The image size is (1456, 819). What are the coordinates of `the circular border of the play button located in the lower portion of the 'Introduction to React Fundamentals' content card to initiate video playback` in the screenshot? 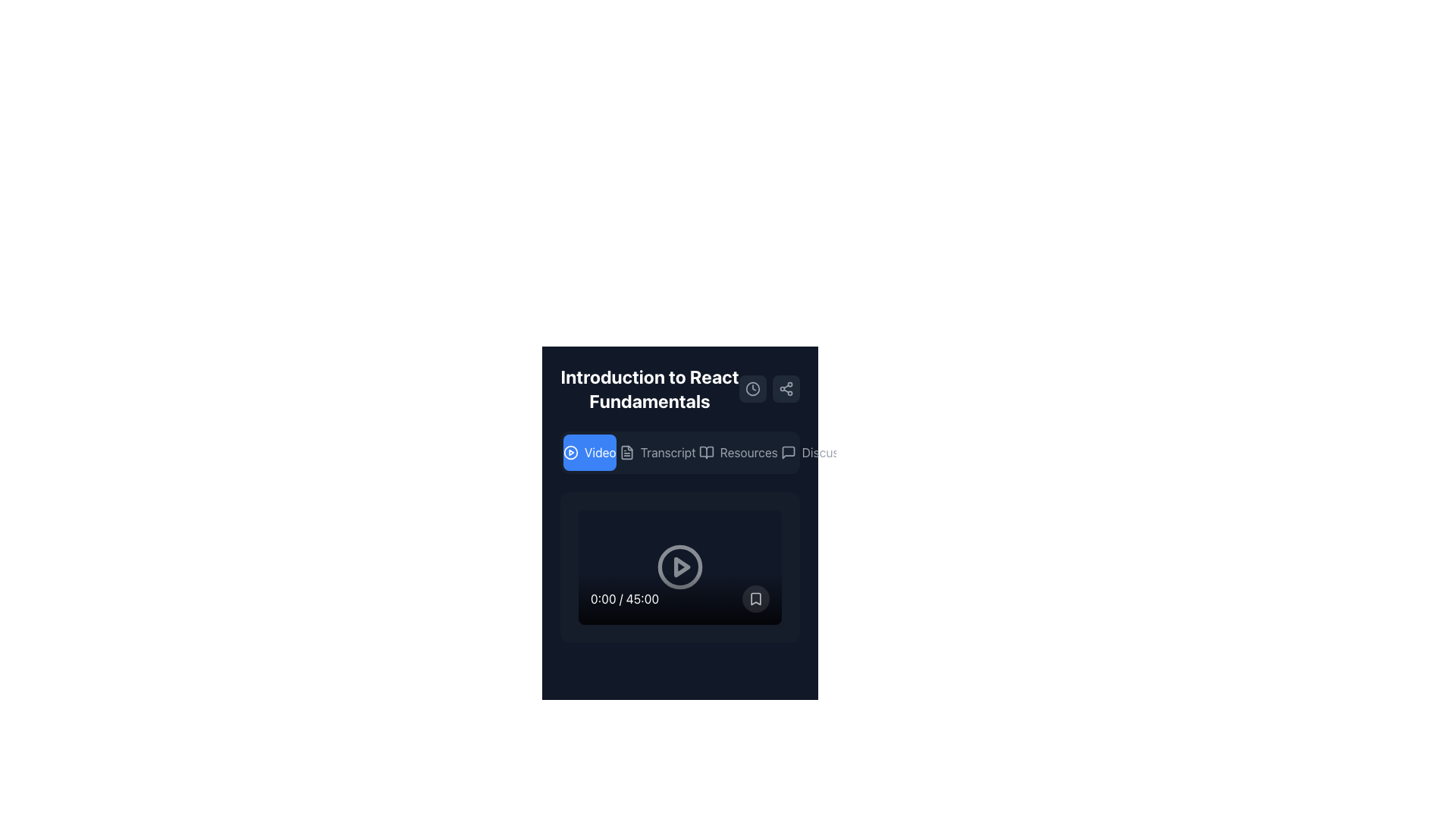 It's located at (679, 567).